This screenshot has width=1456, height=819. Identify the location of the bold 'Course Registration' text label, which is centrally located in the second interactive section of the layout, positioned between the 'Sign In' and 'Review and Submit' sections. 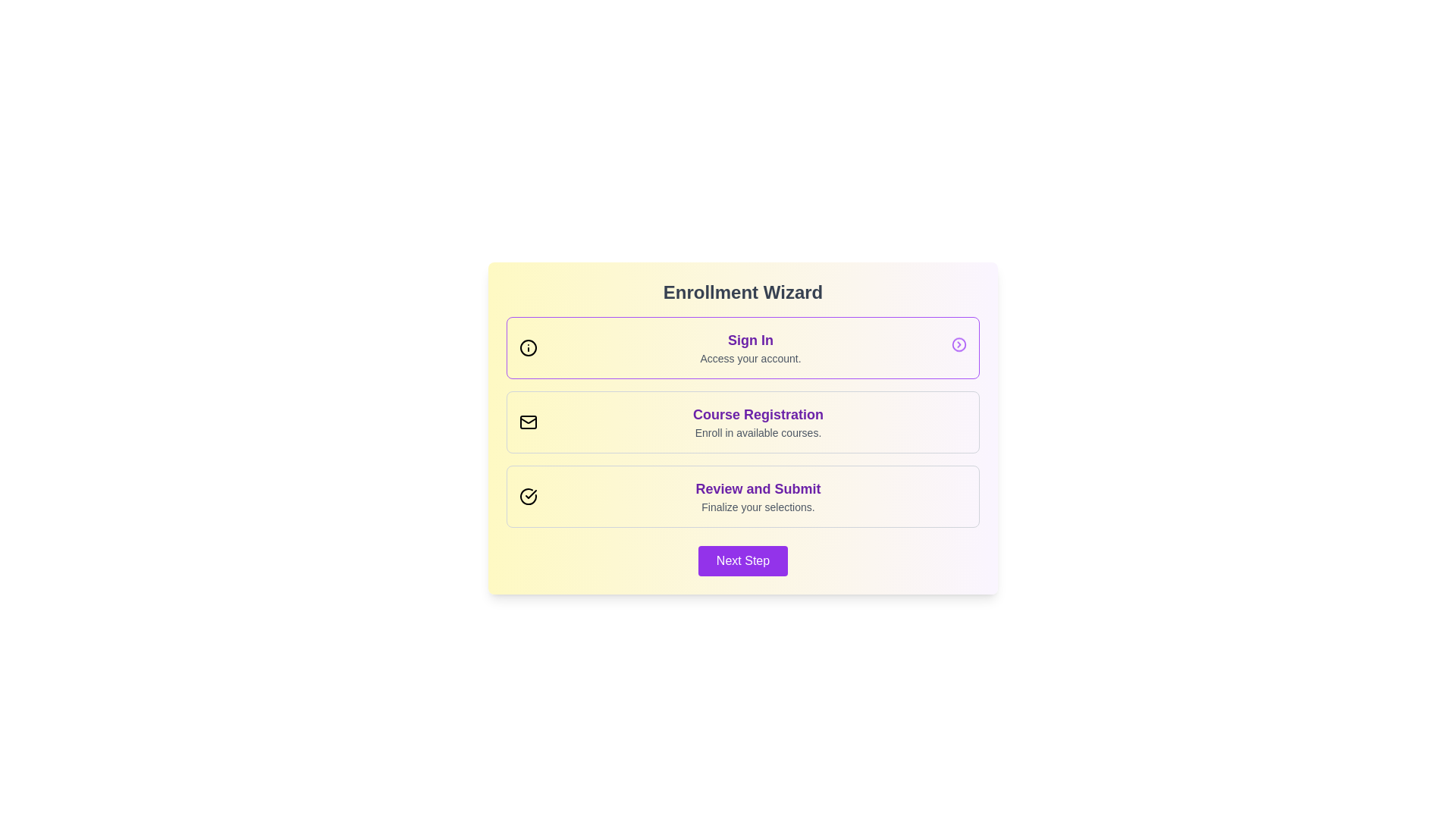
(758, 415).